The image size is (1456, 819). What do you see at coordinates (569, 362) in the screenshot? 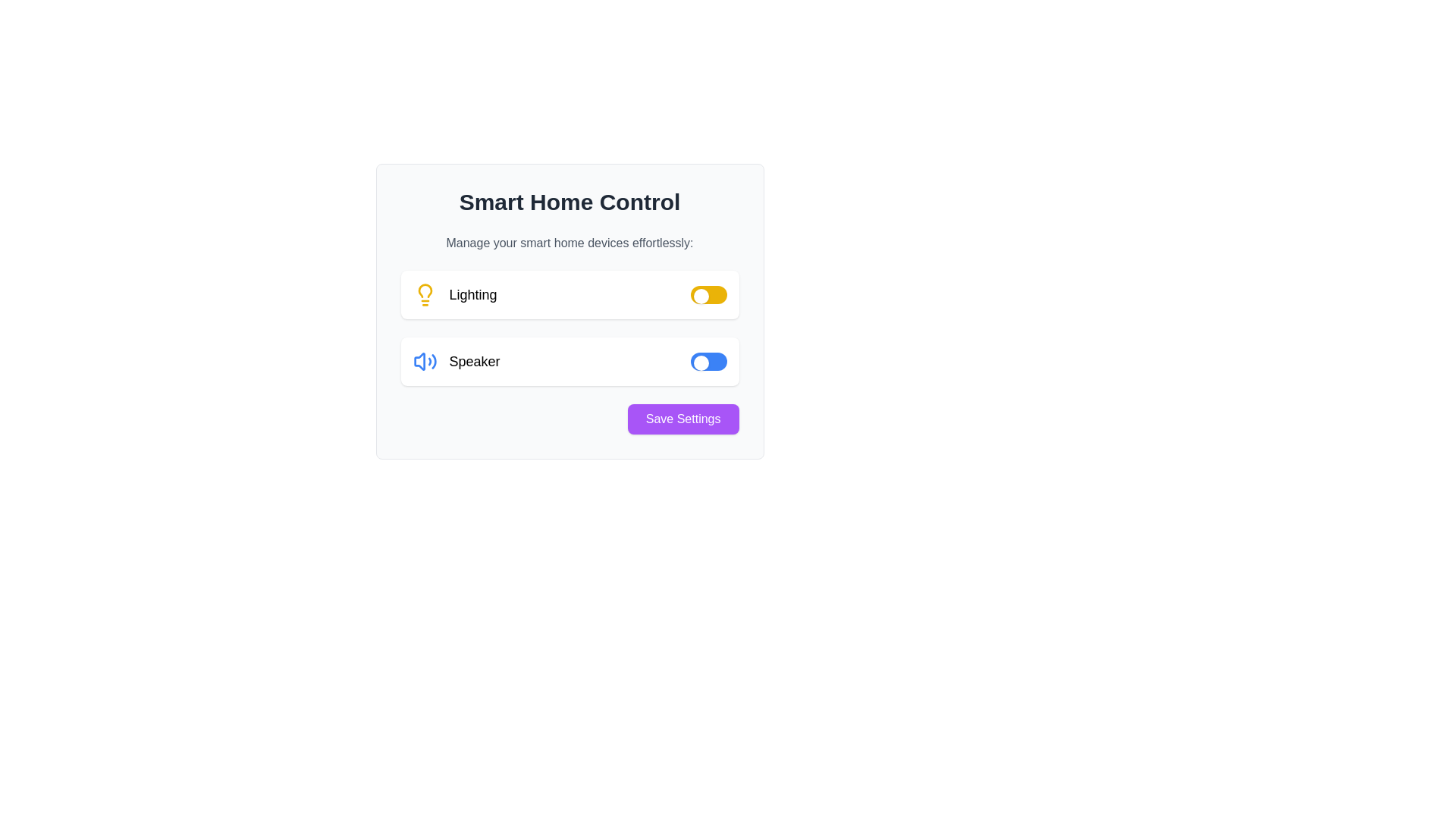
I see `the Card with toggle switch located below the 'Lighting' card in the 'Smart Home Control' section` at bounding box center [569, 362].